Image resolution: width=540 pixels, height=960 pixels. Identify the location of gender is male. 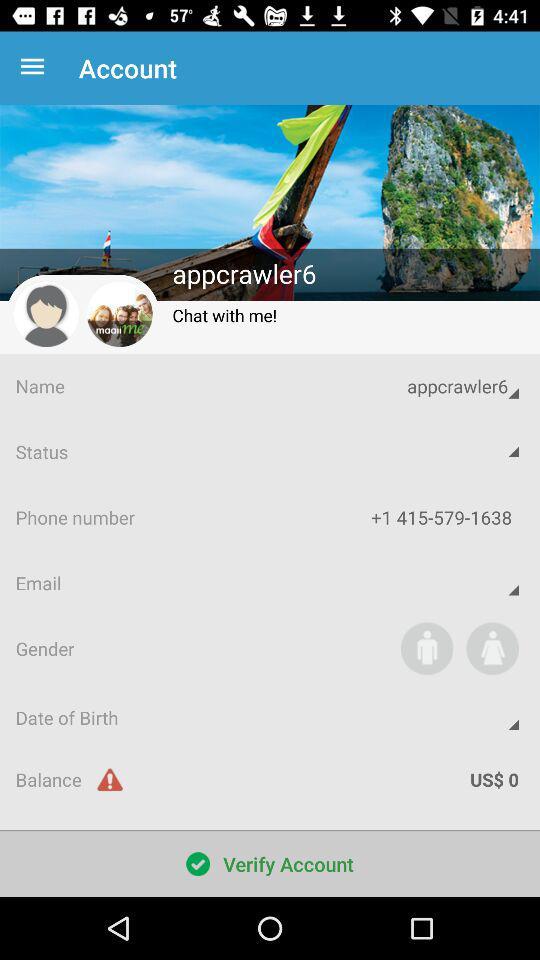
(426, 647).